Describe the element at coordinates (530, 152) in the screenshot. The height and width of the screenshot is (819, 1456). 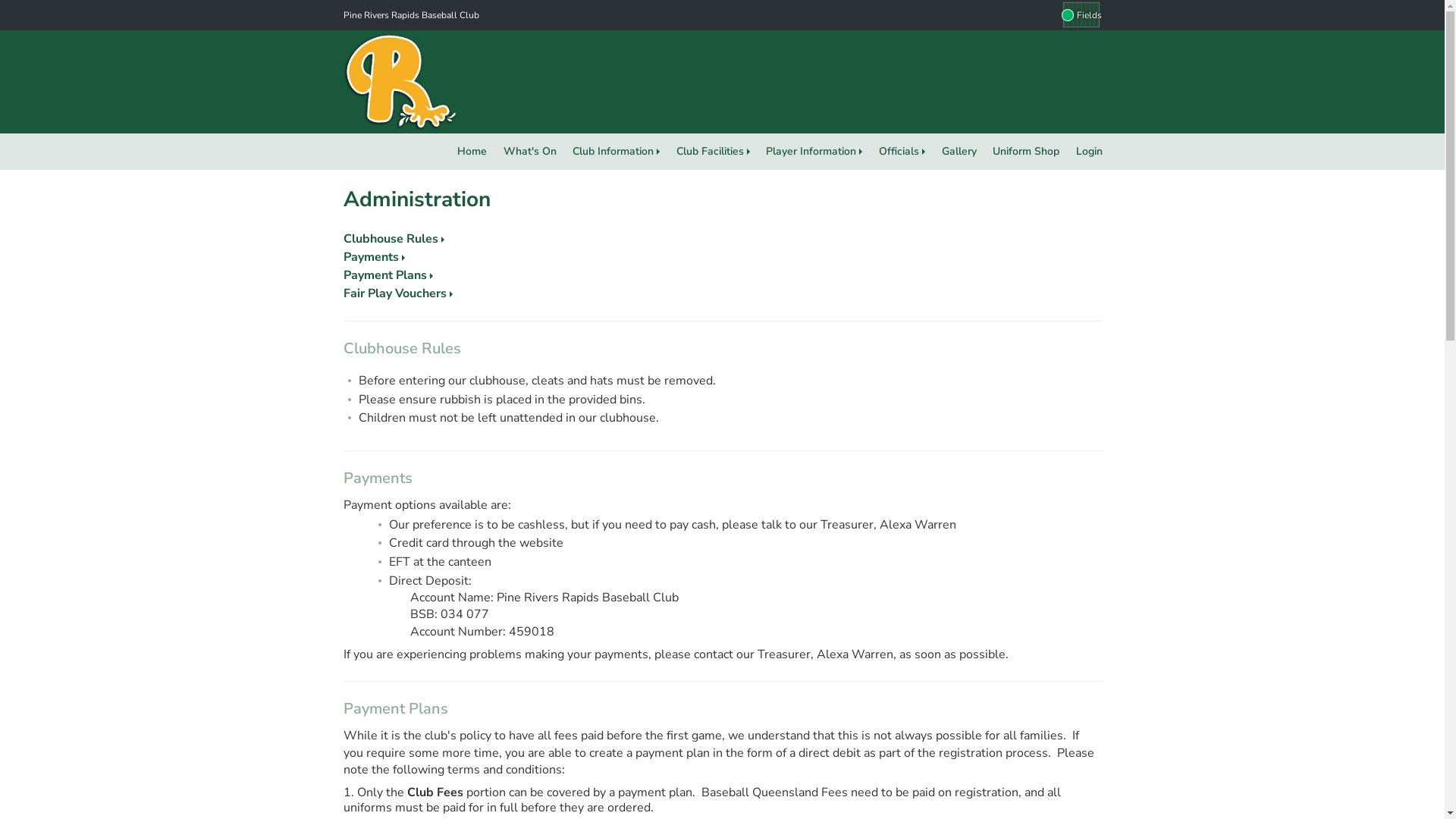
I see `'What's On'` at that location.